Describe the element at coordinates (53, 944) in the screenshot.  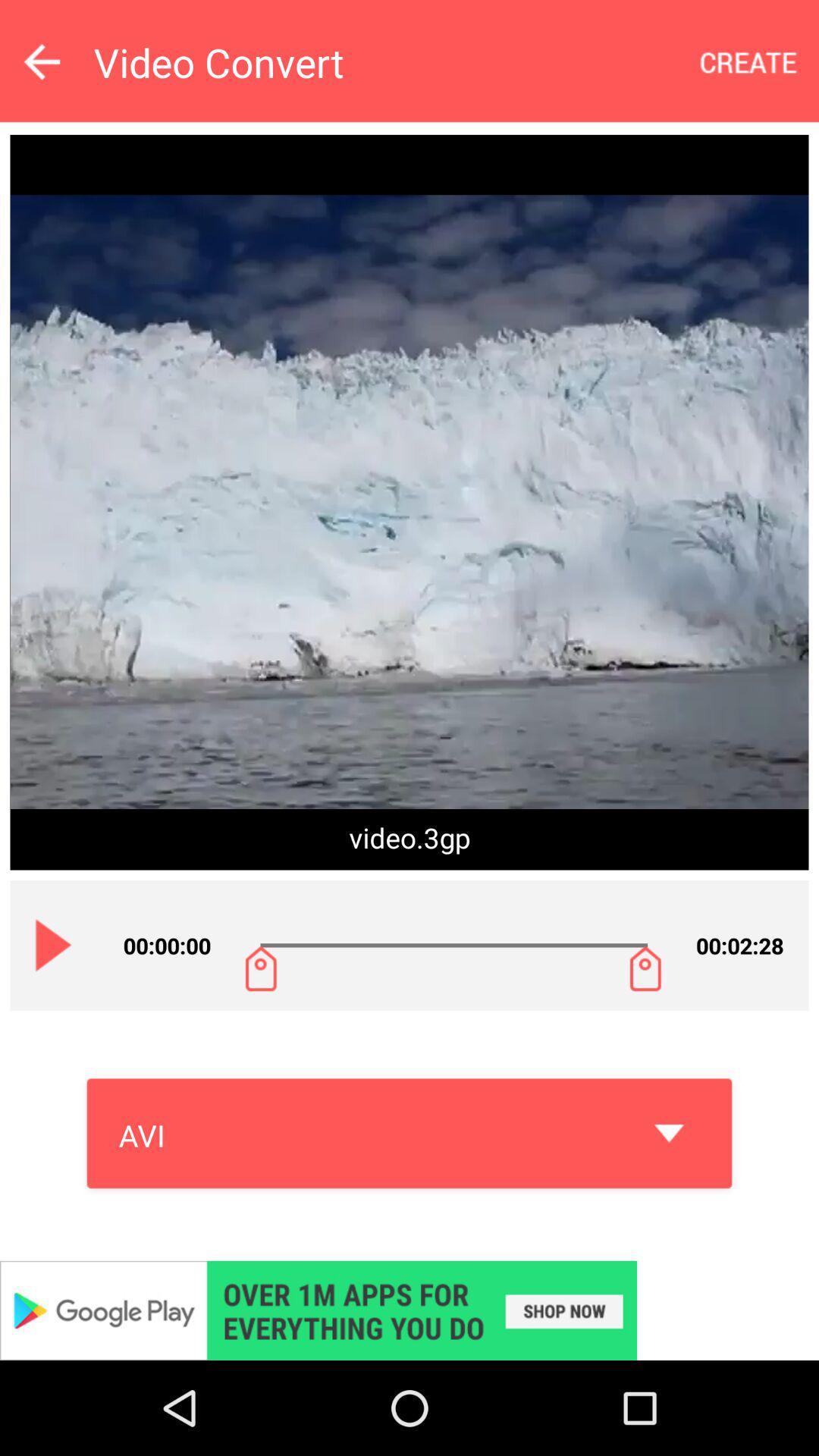
I see `video` at that location.